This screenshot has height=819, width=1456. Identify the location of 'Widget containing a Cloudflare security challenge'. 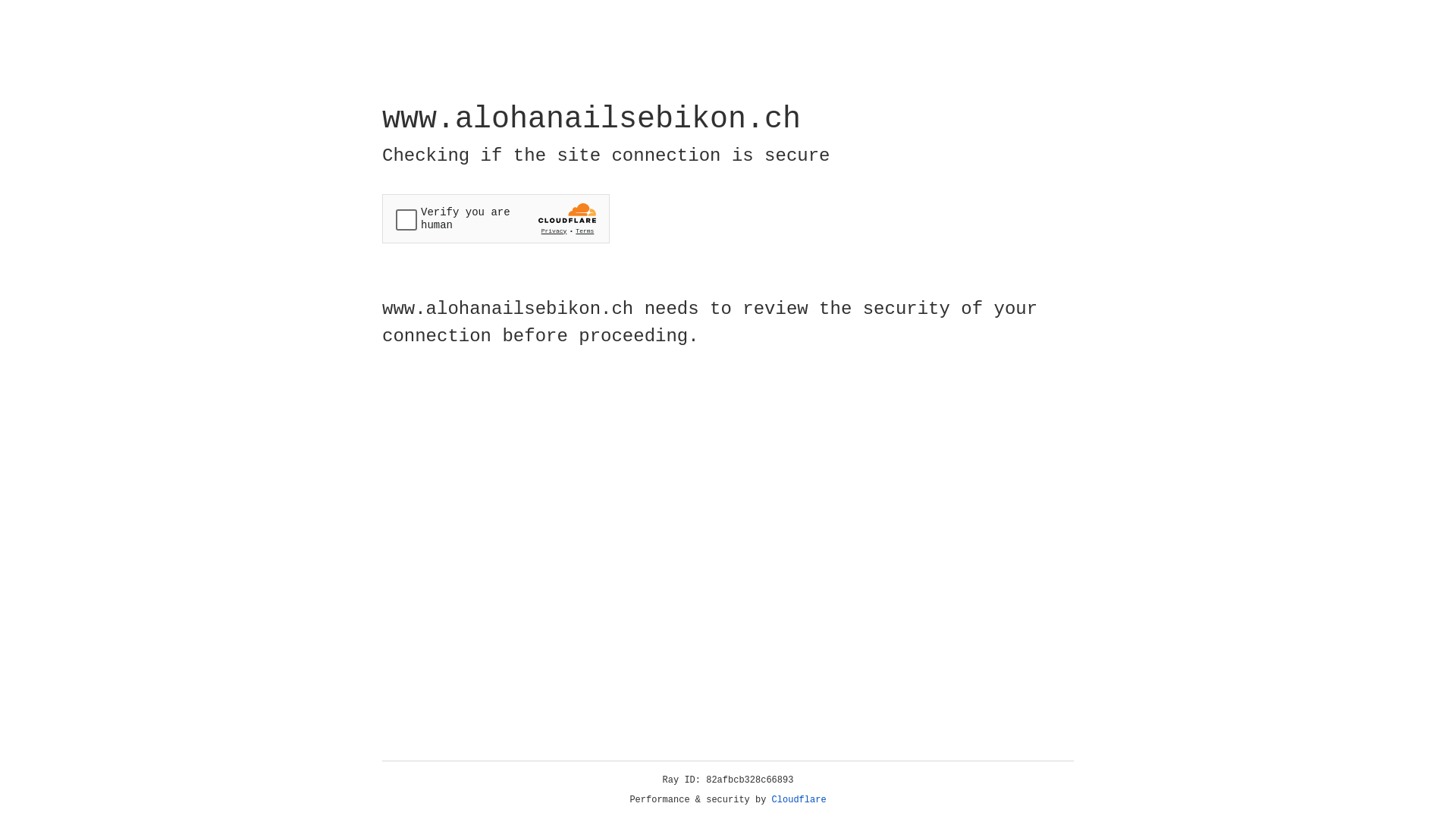
(495, 218).